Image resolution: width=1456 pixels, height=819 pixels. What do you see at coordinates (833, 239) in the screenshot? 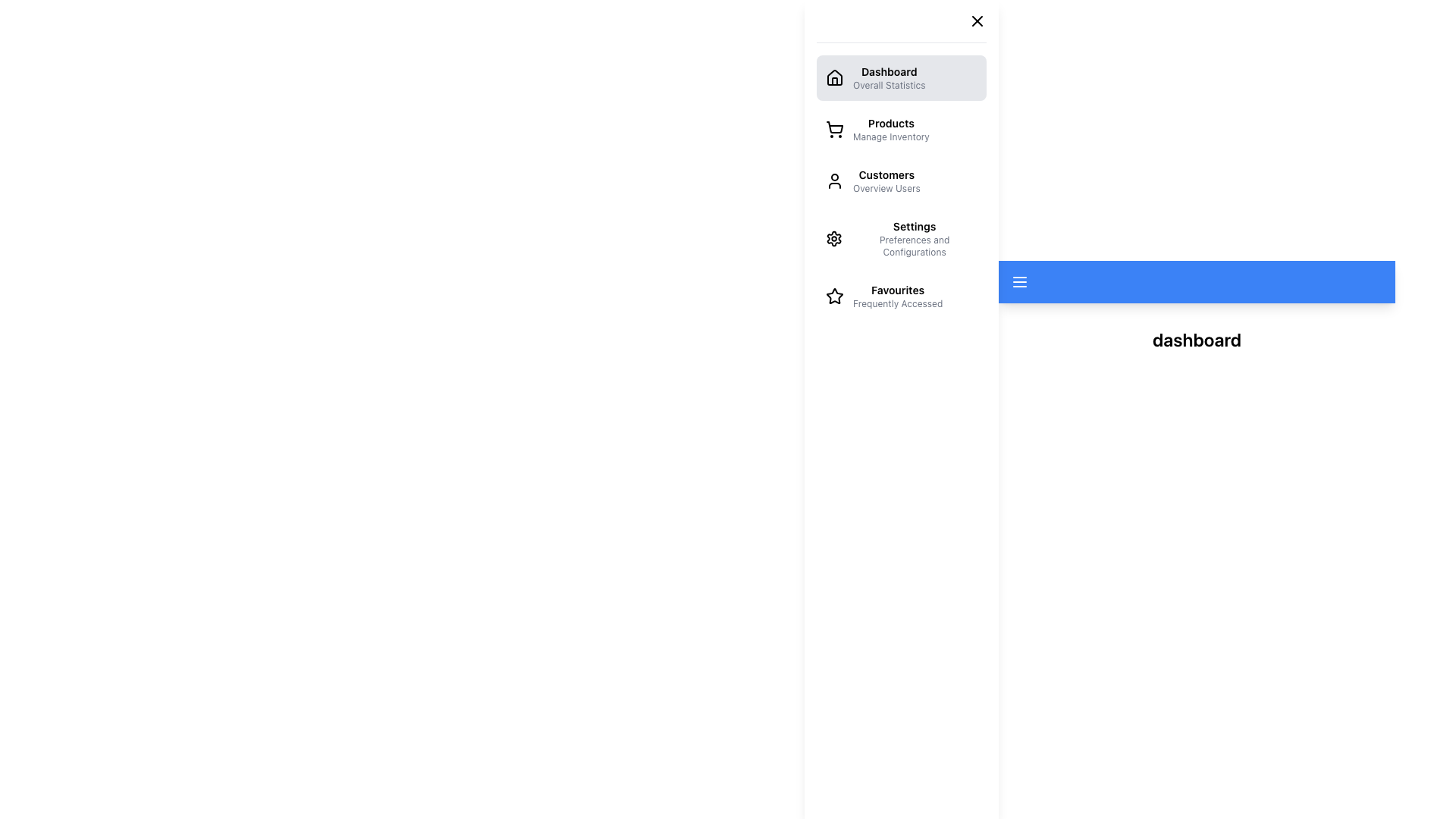
I see `the gear-shaped icon representing the settings option in the navigation panel, located next to the 'Settings' text and under 'Customers'` at bounding box center [833, 239].